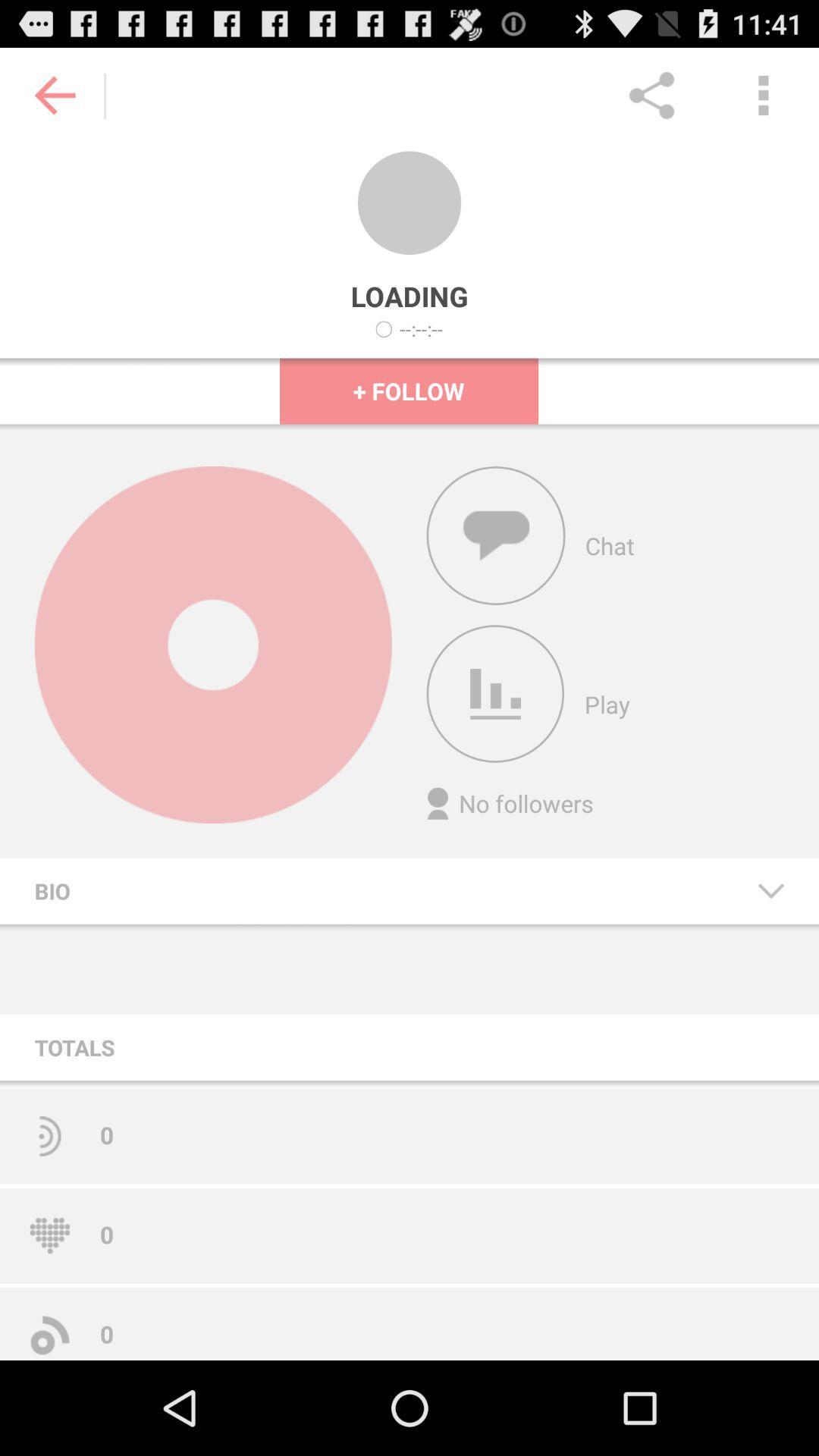 This screenshot has height=1456, width=819. What do you see at coordinates (771, 891) in the screenshot?
I see `the item next to bio icon` at bounding box center [771, 891].